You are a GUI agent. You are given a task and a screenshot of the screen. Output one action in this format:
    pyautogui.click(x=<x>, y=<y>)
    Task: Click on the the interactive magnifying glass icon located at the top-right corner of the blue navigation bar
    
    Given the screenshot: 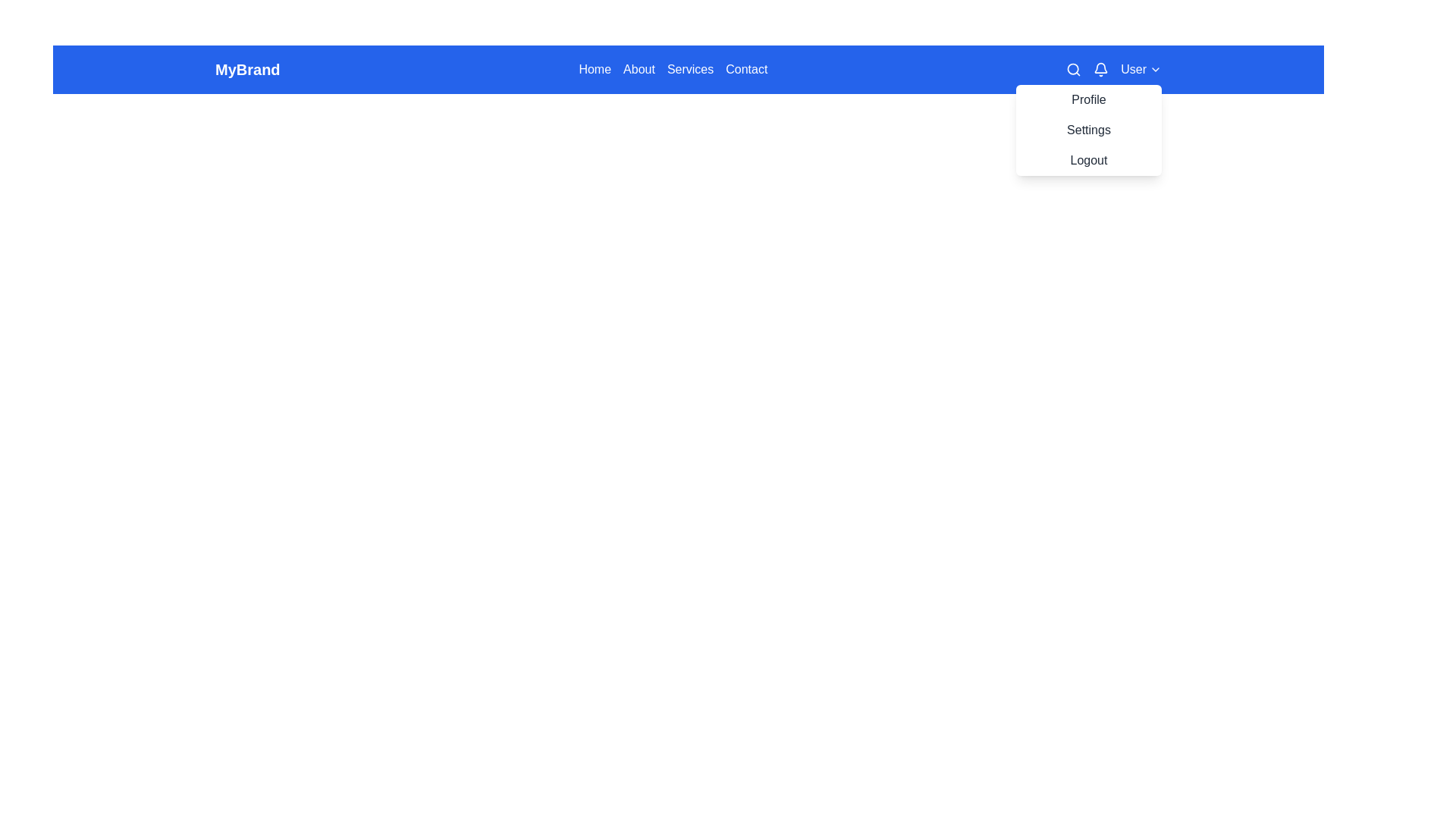 What is the action you would take?
    pyautogui.click(x=1073, y=70)
    